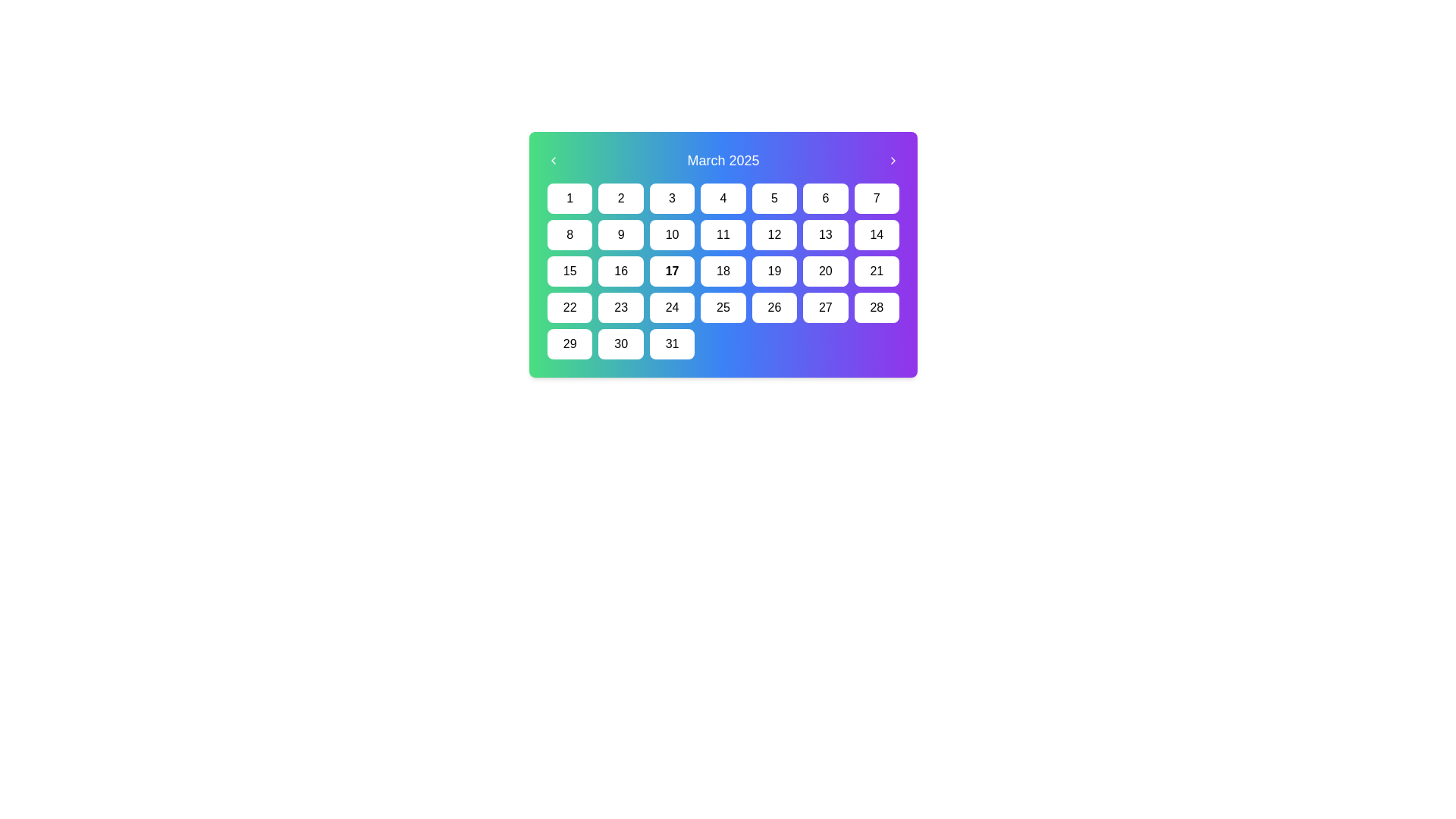 Image resolution: width=1456 pixels, height=819 pixels. What do you see at coordinates (671, 234) in the screenshot?
I see `the button displaying the 10th day in the calendar` at bounding box center [671, 234].